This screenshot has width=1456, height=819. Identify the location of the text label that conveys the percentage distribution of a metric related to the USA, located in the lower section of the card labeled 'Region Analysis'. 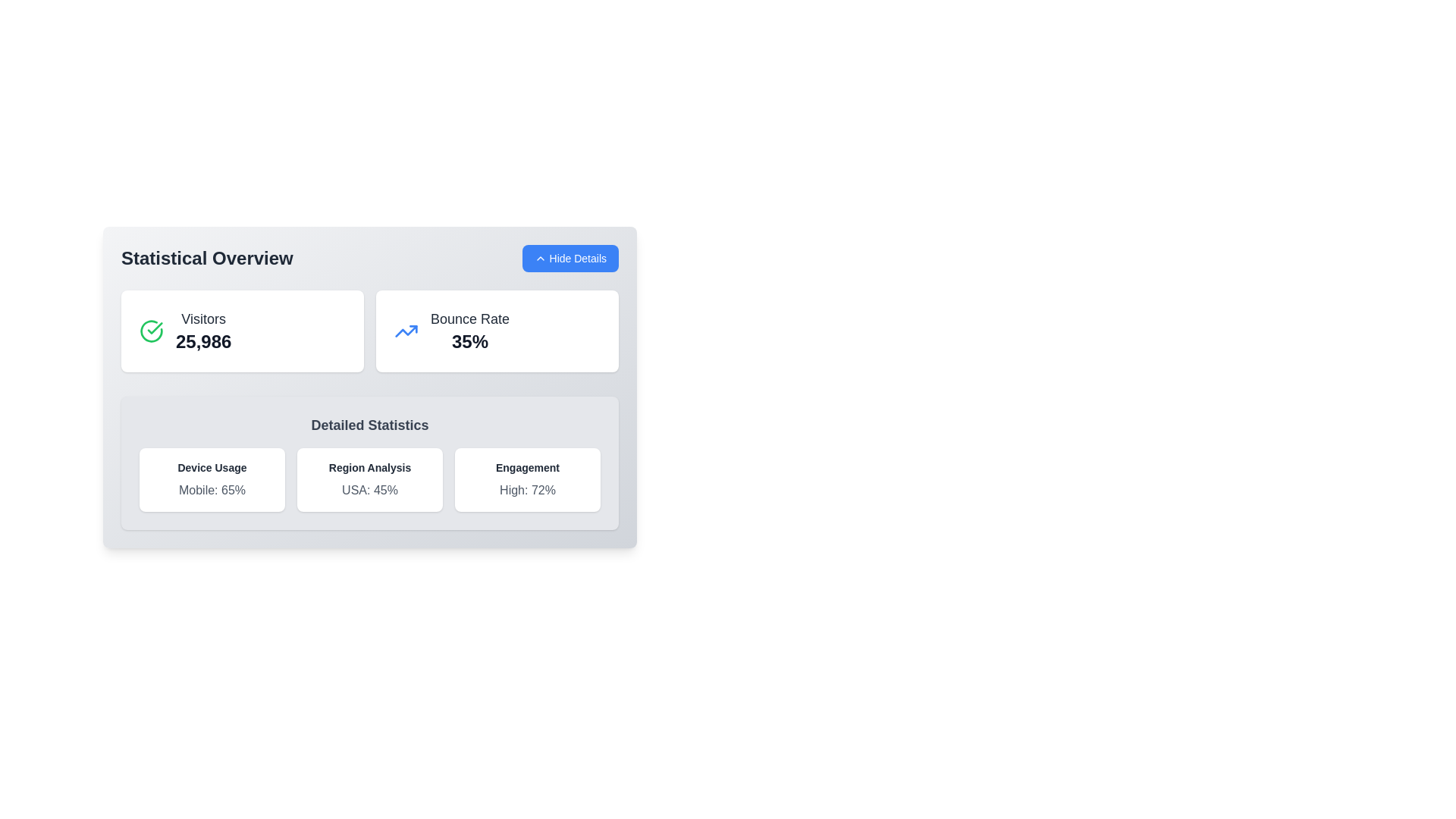
(370, 491).